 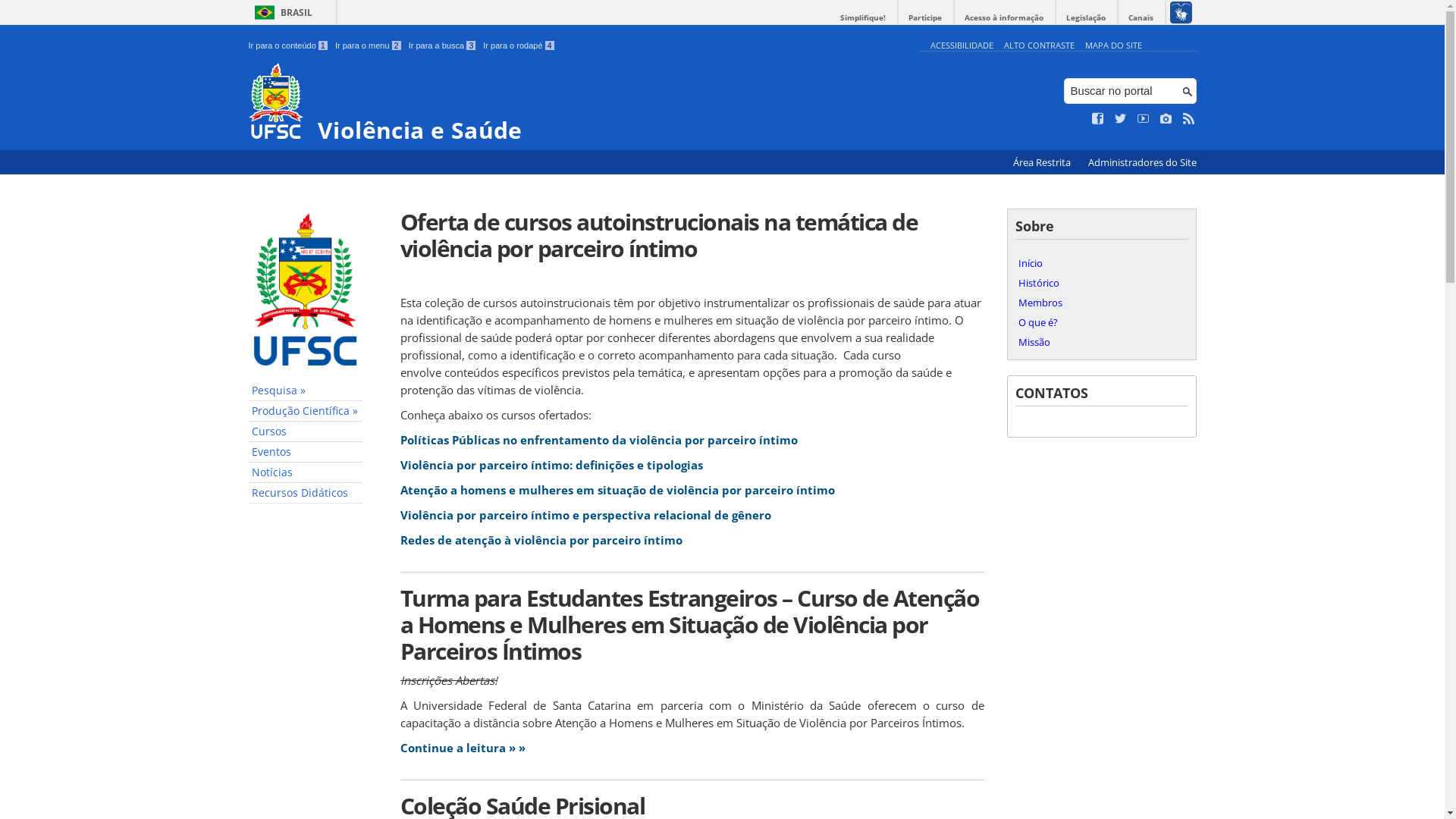 What do you see at coordinates (960, 44) in the screenshot?
I see `'ACESSIBILIDADE'` at bounding box center [960, 44].